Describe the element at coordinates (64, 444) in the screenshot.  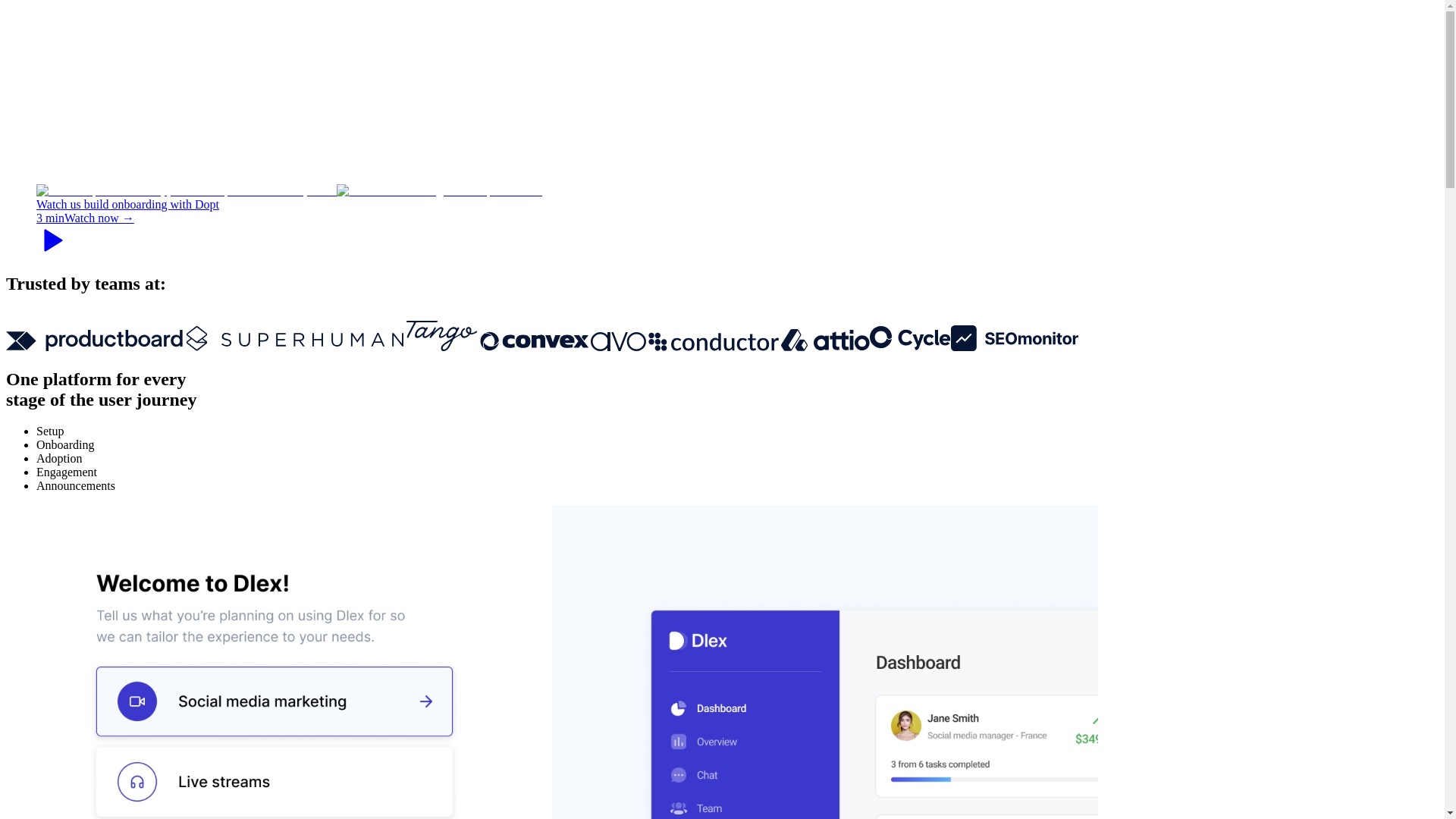
I see `'Onboarding'` at that location.